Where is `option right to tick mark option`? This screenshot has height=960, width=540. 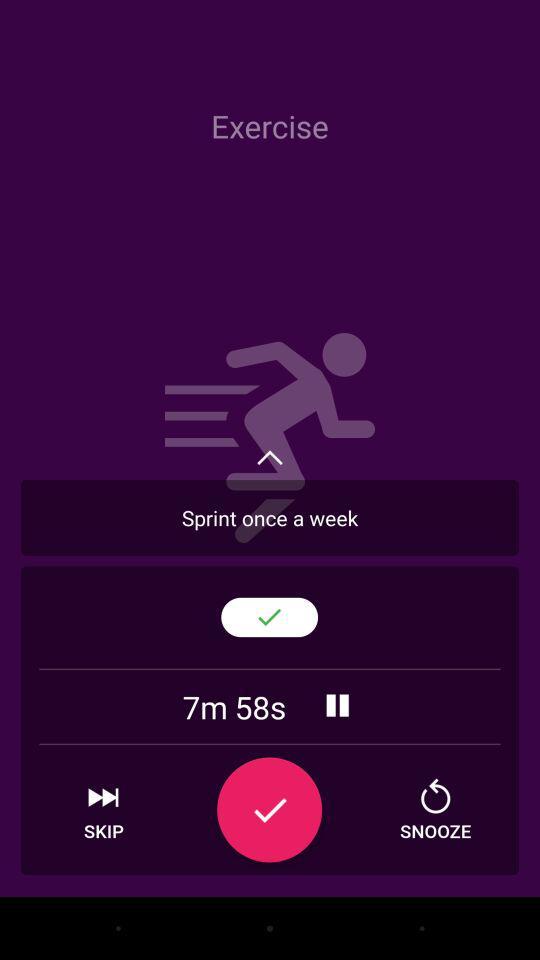
option right to tick mark option is located at coordinates (434, 810).